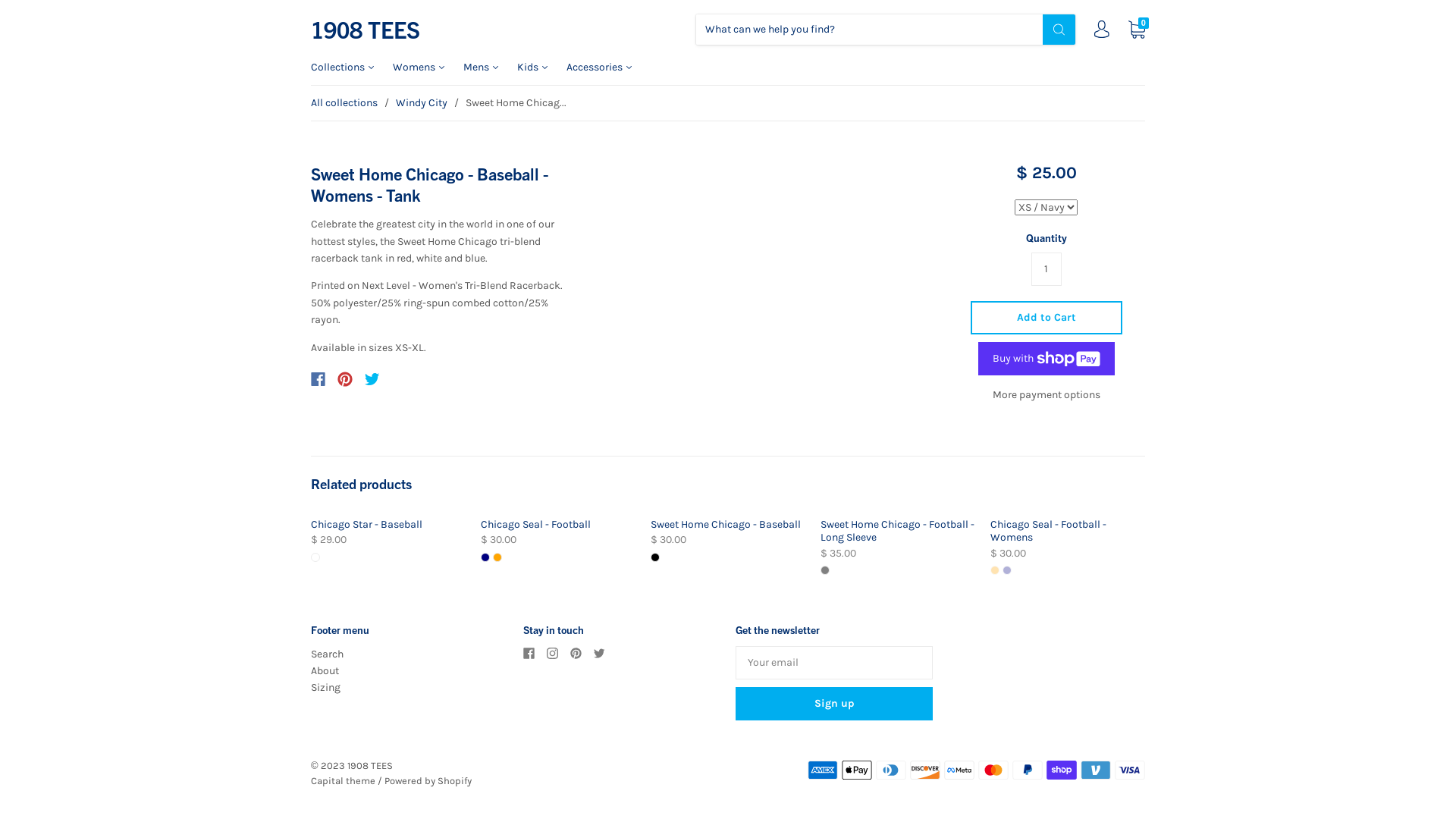 Image resolution: width=1456 pixels, height=819 pixels. I want to click on 'Powered by Shopify', so click(427, 780).